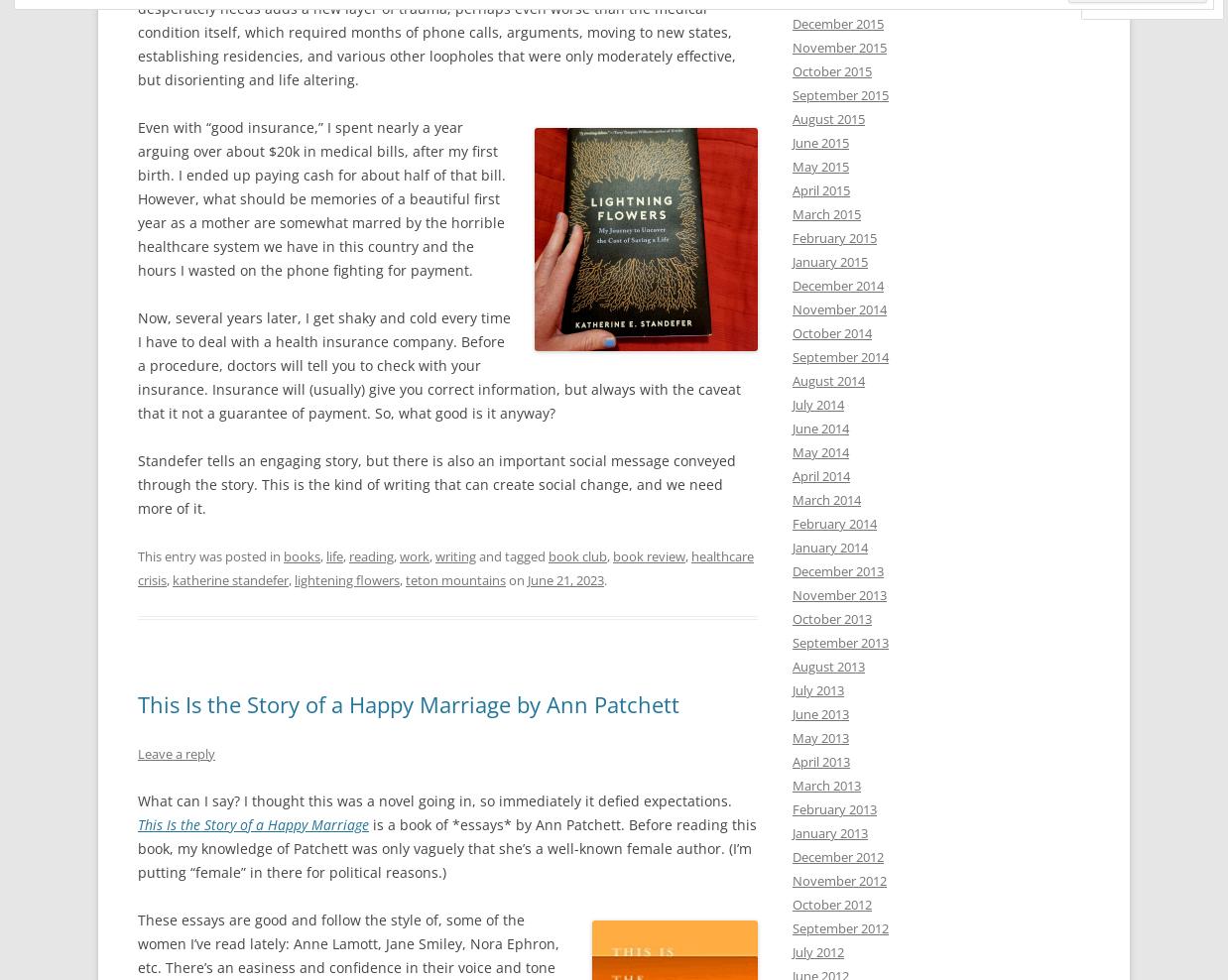  I want to click on 'October 2013', so click(830, 618).